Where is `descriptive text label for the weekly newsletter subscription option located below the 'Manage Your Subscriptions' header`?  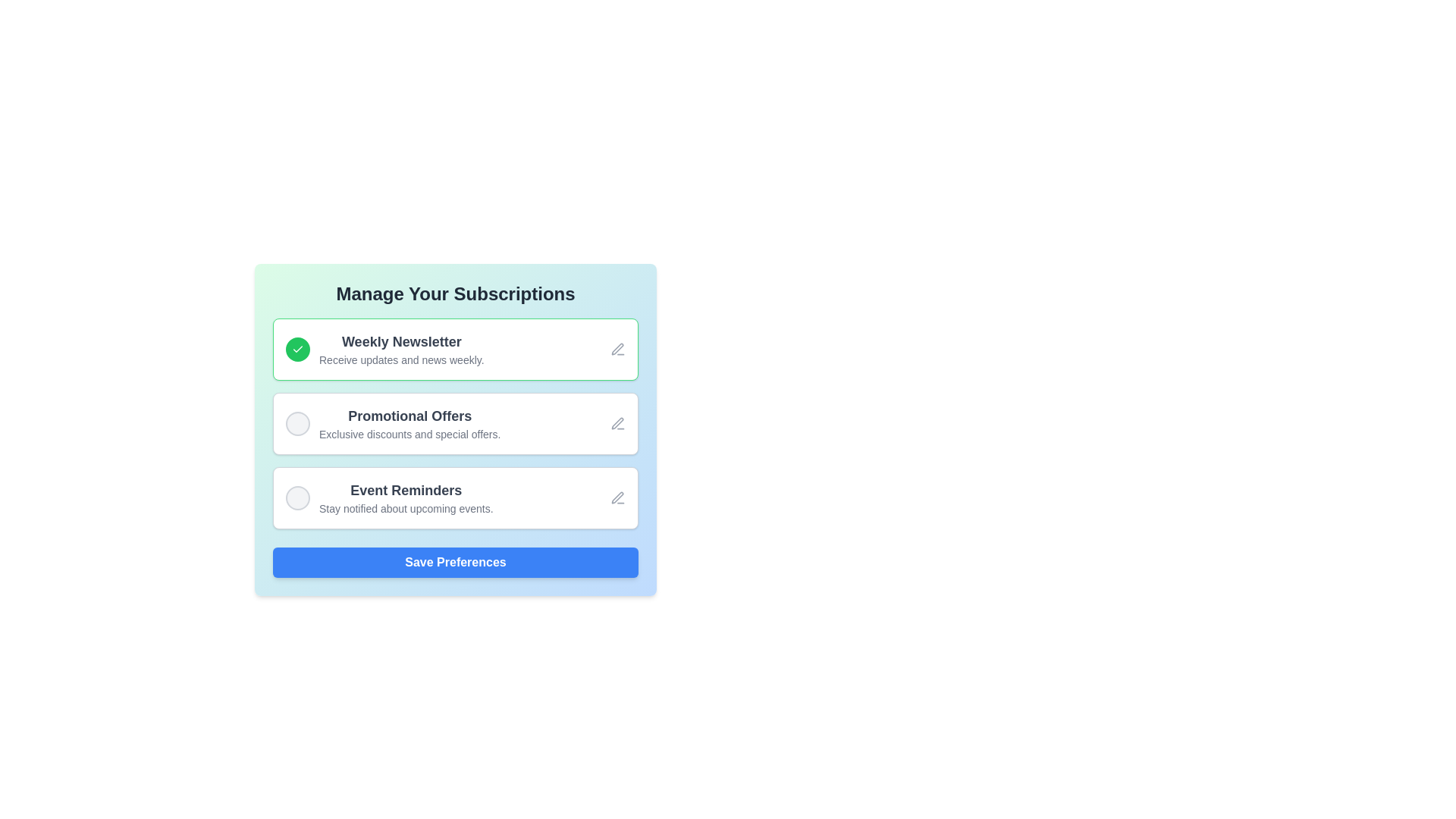 descriptive text label for the weekly newsletter subscription option located below the 'Manage Your Subscriptions' header is located at coordinates (401, 350).